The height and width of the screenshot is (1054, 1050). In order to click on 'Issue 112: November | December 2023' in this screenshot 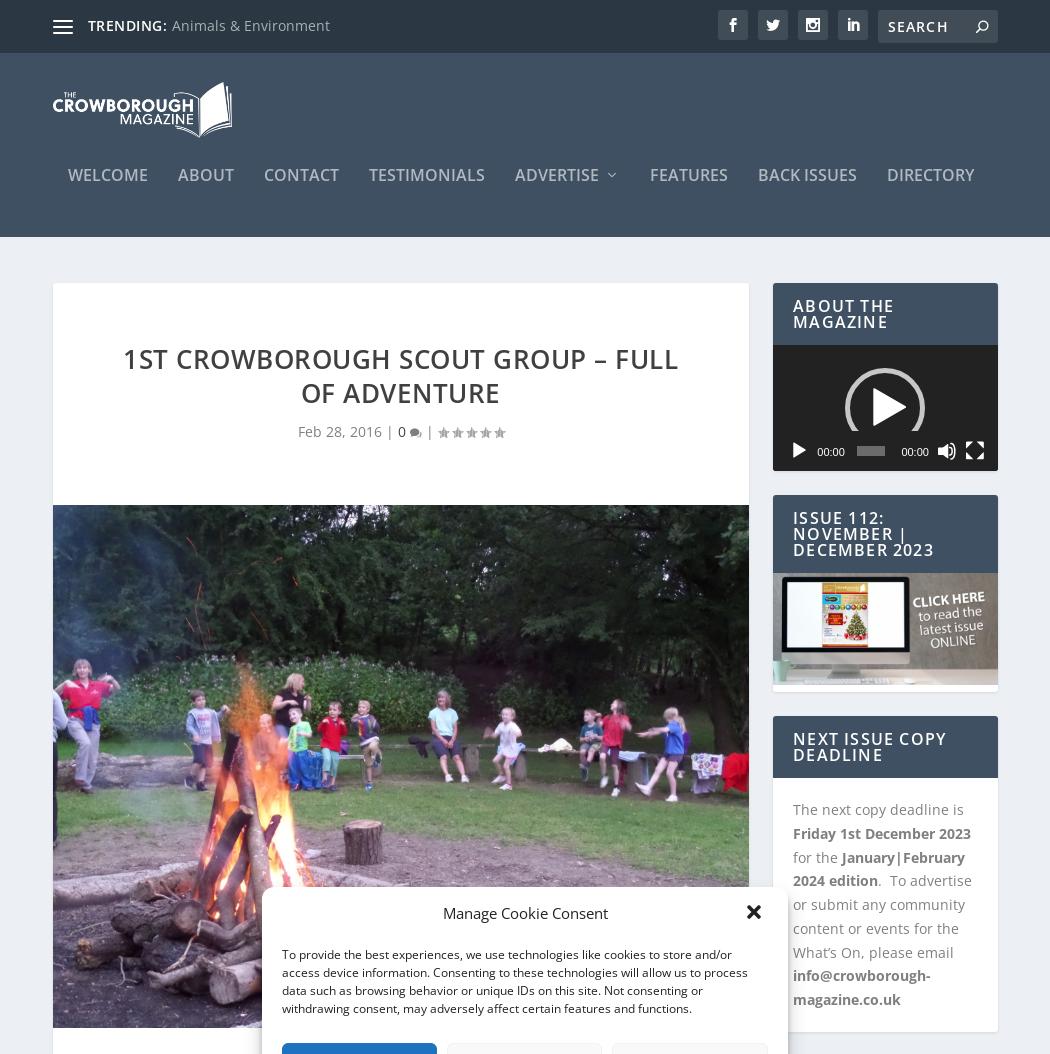, I will do `click(862, 523)`.